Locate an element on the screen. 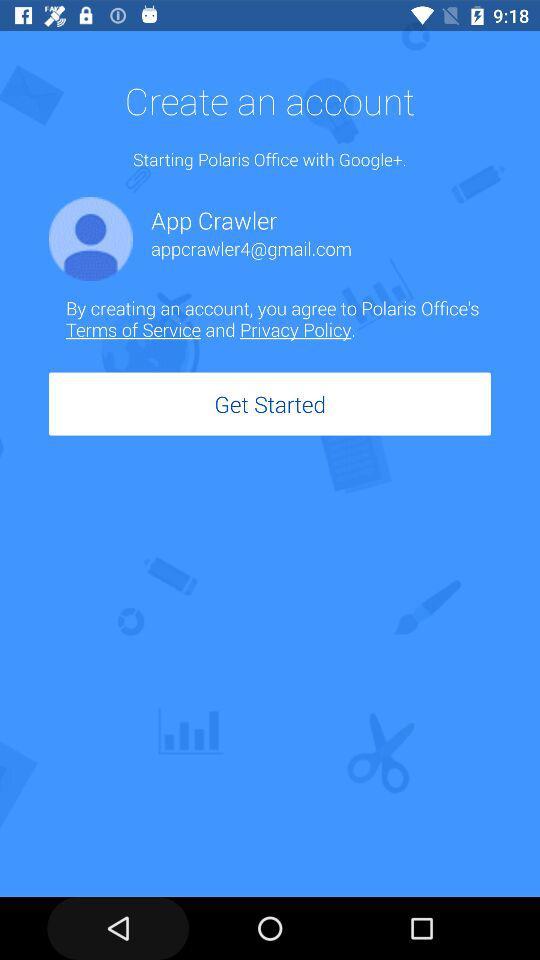  the by creating an item is located at coordinates (277, 318).